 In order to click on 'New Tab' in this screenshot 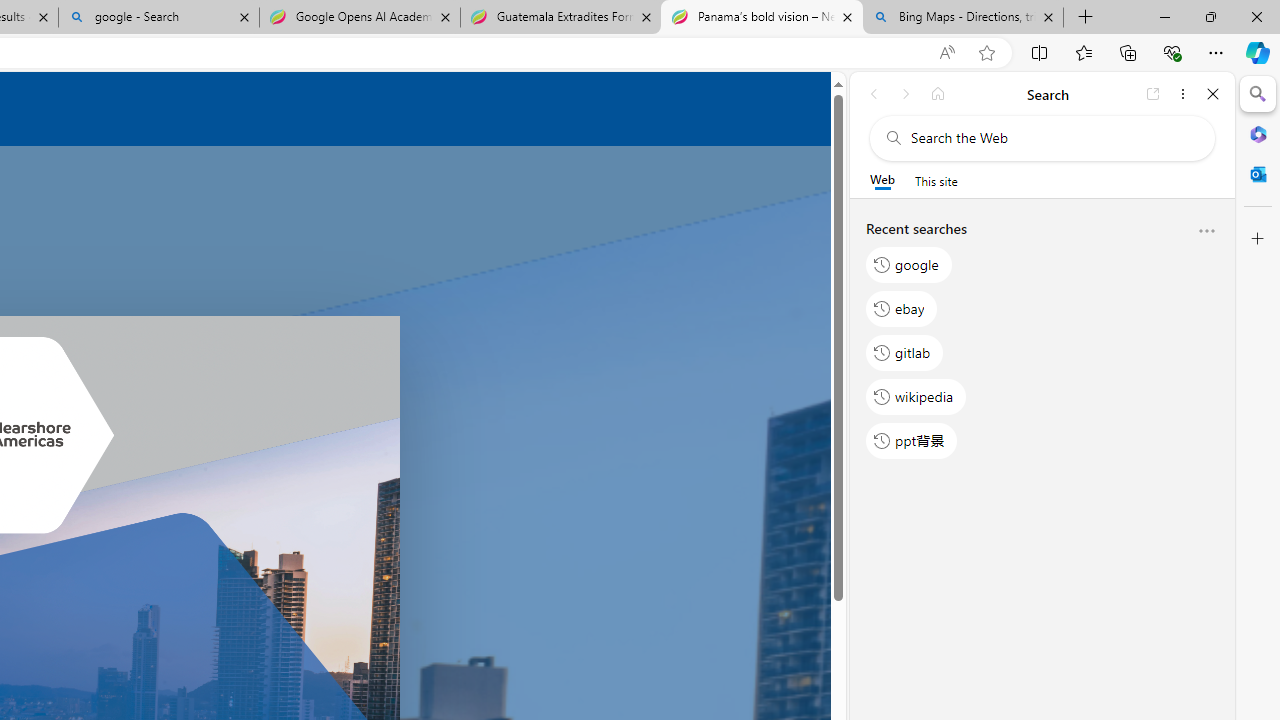, I will do `click(1085, 17)`.